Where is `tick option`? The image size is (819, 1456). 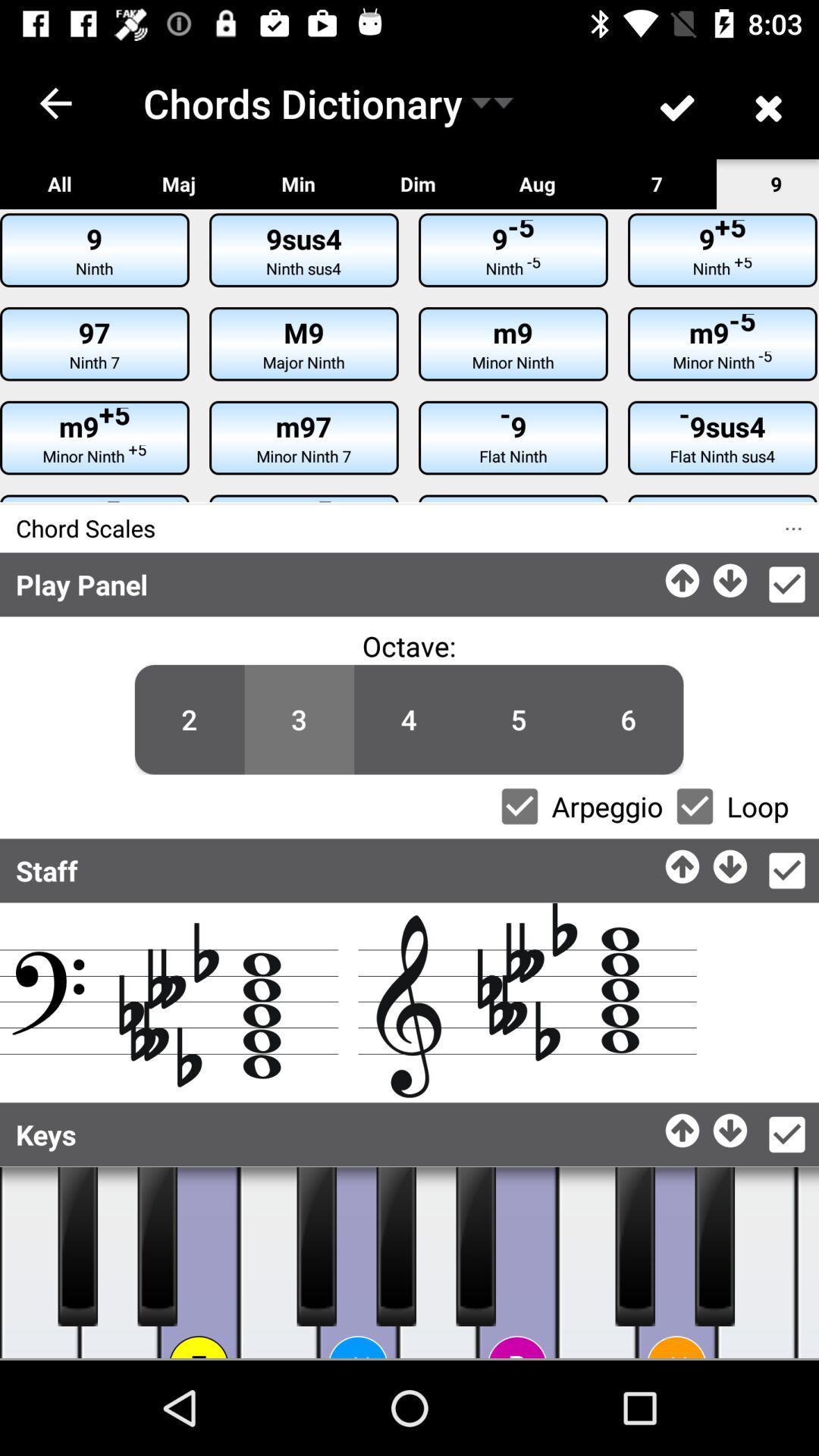 tick option is located at coordinates (786, 584).